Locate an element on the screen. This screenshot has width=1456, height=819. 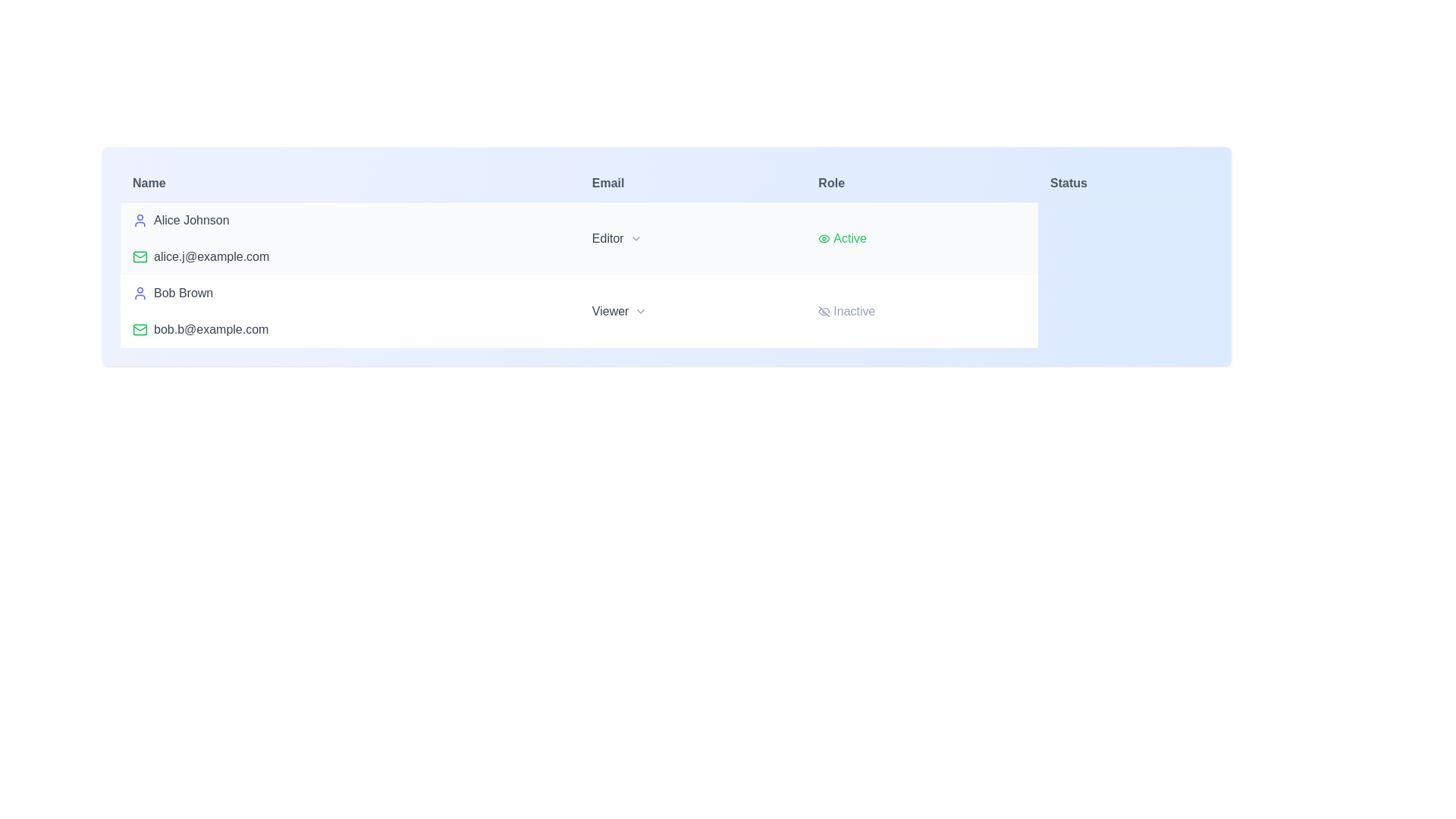
the 'Viewer' dropdown menu element associated with user 'Bob Brown' in the Role column is located at coordinates (692, 311).